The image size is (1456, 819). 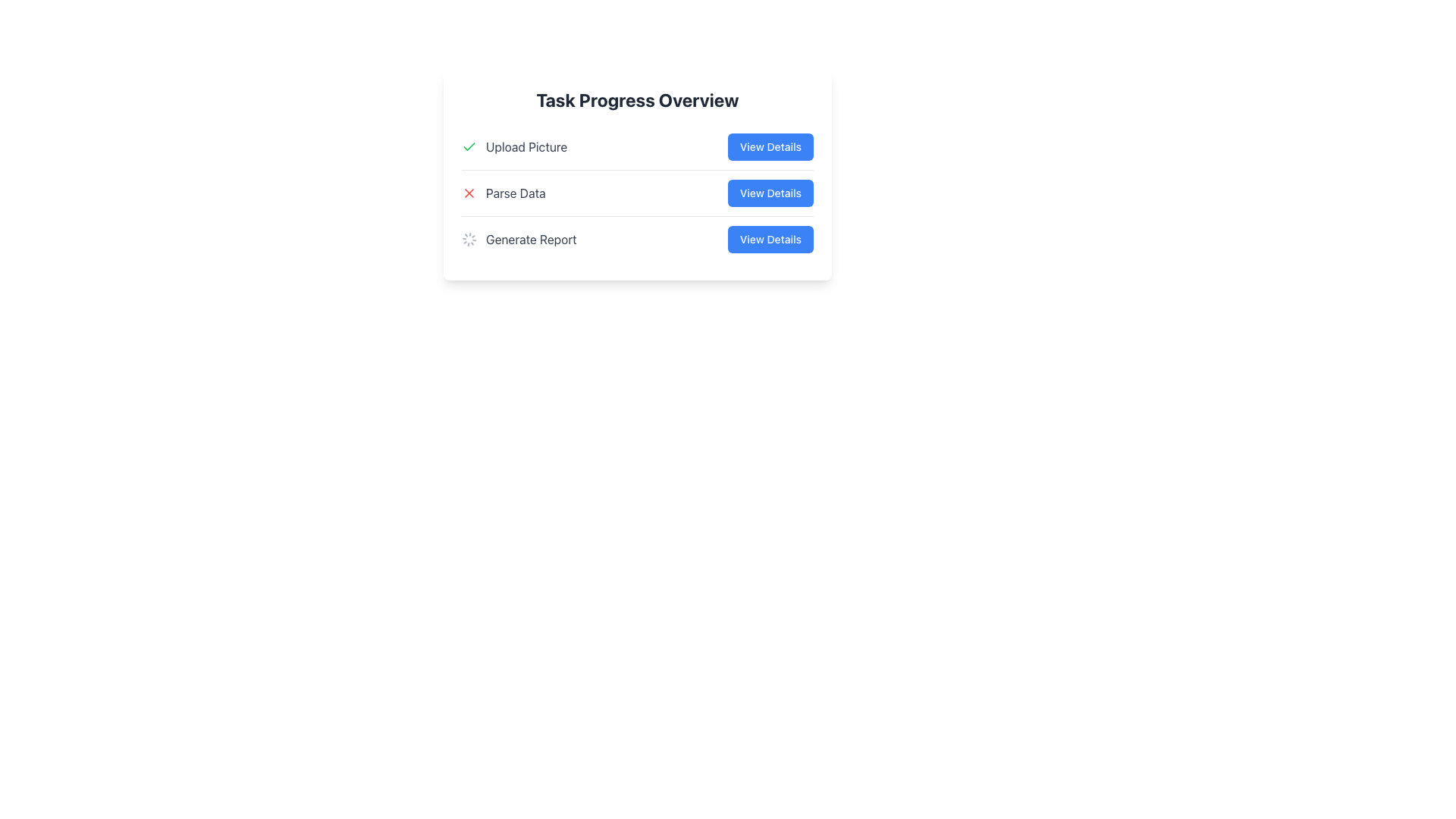 I want to click on the 'View Details' button with a blue background and white text located at the end of the 'Upload Picture' row, so click(x=770, y=146).